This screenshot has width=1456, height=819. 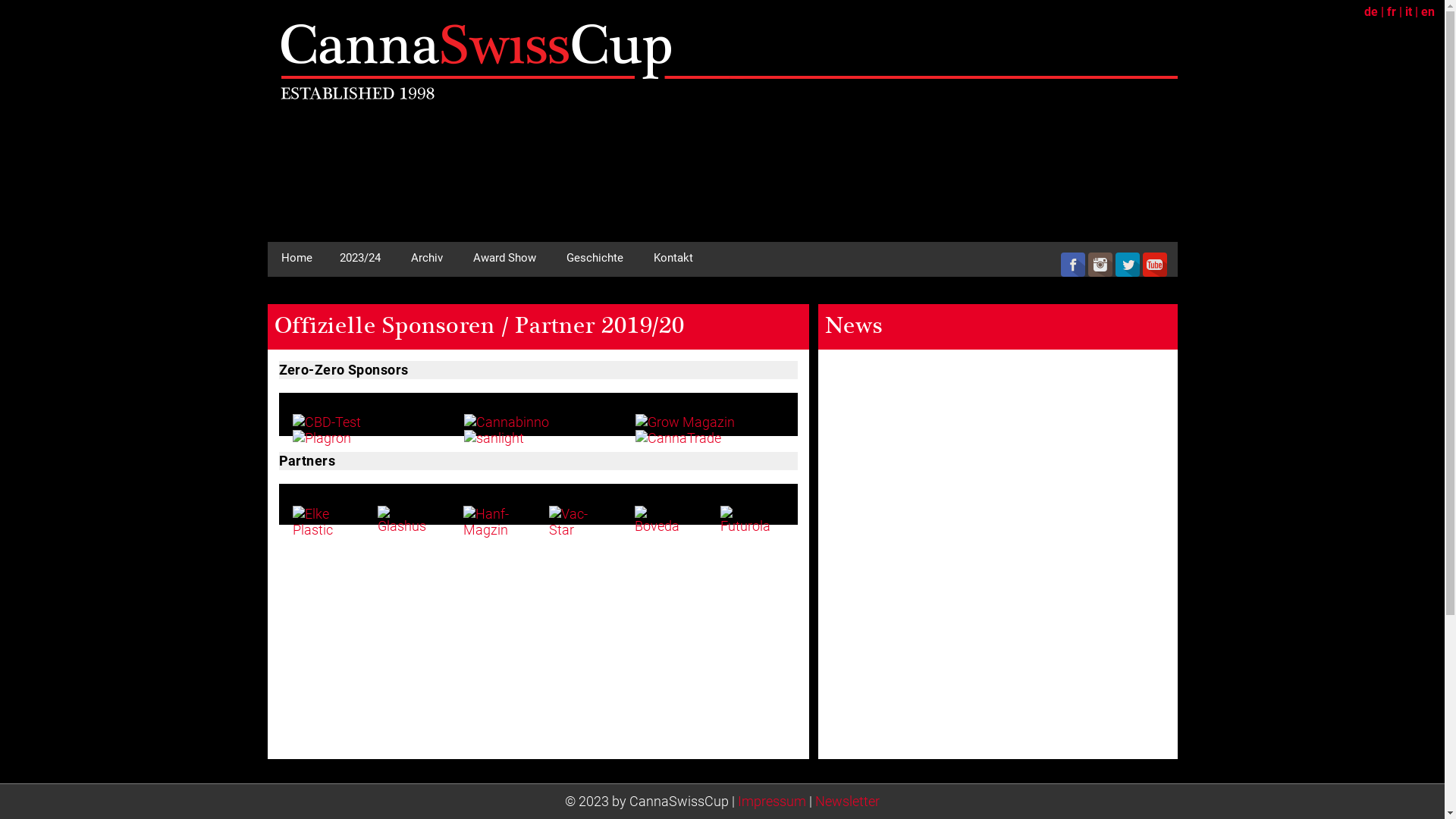 What do you see at coordinates (738, 800) in the screenshot?
I see `'Impressum'` at bounding box center [738, 800].